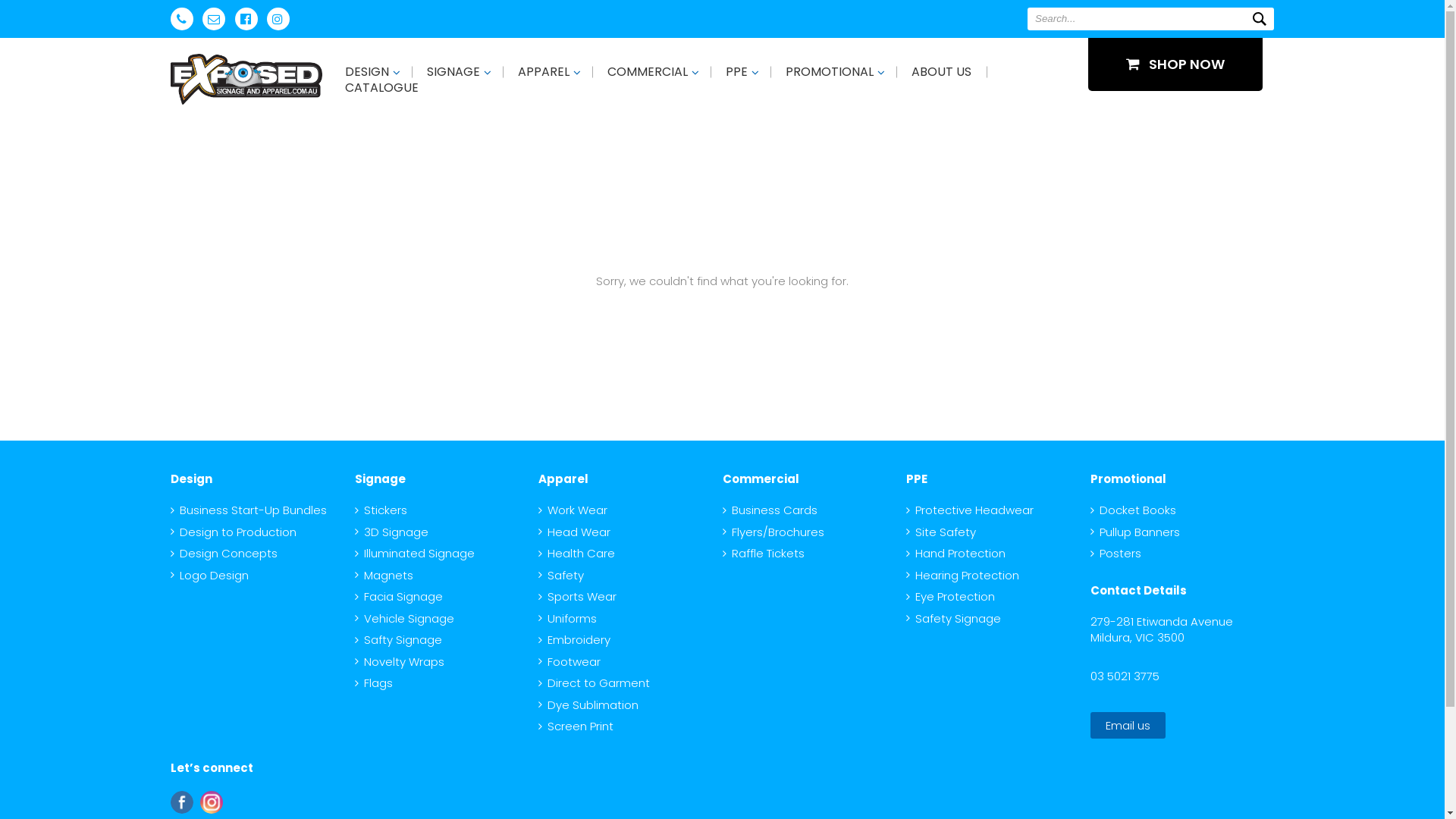 This screenshot has width=1456, height=819. Describe the element at coordinates (763, 553) in the screenshot. I see `'Raffle Tickets'` at that location.